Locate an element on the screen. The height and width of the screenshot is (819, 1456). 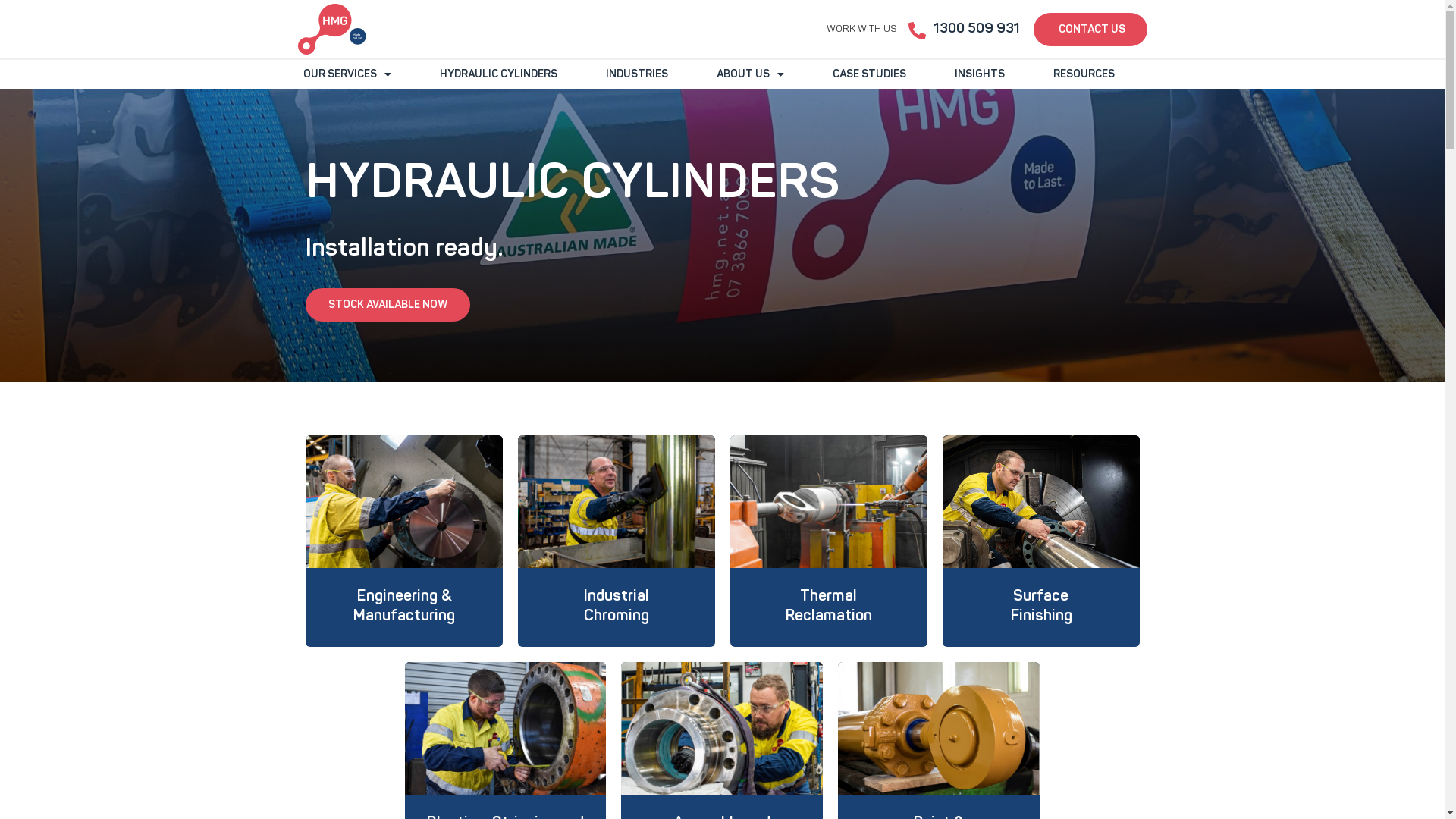
'INSIGHTS' is located at coordinates (979, 74).